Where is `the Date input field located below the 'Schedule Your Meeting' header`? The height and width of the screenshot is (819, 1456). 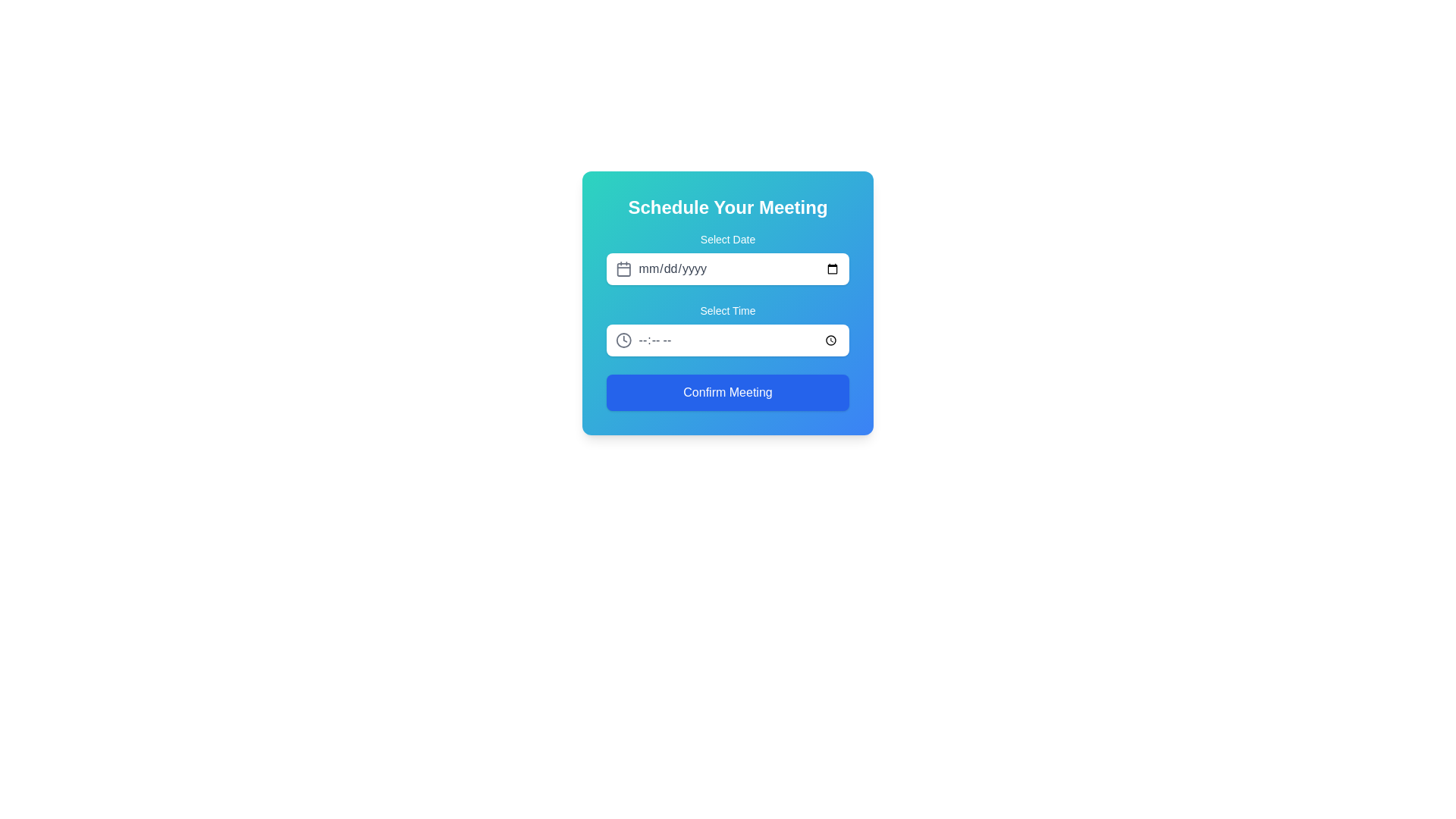 the Date input field located below the 'Schedule Your Meeting' header is located at coordinates (728, 257).